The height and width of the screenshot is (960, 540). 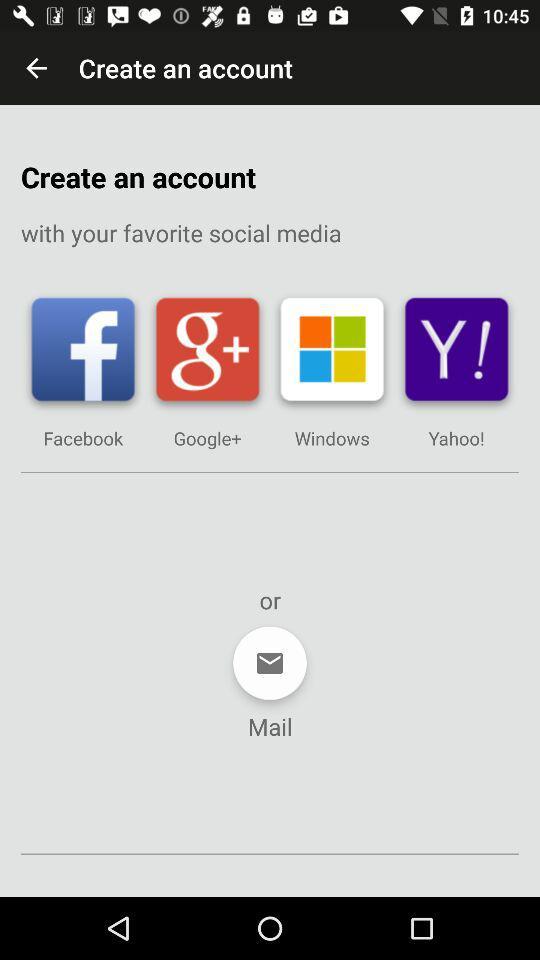 What do you see at coordinates (270, 663) in the screenshot?
I see `icon above mail` at bounding box center [270, 663].